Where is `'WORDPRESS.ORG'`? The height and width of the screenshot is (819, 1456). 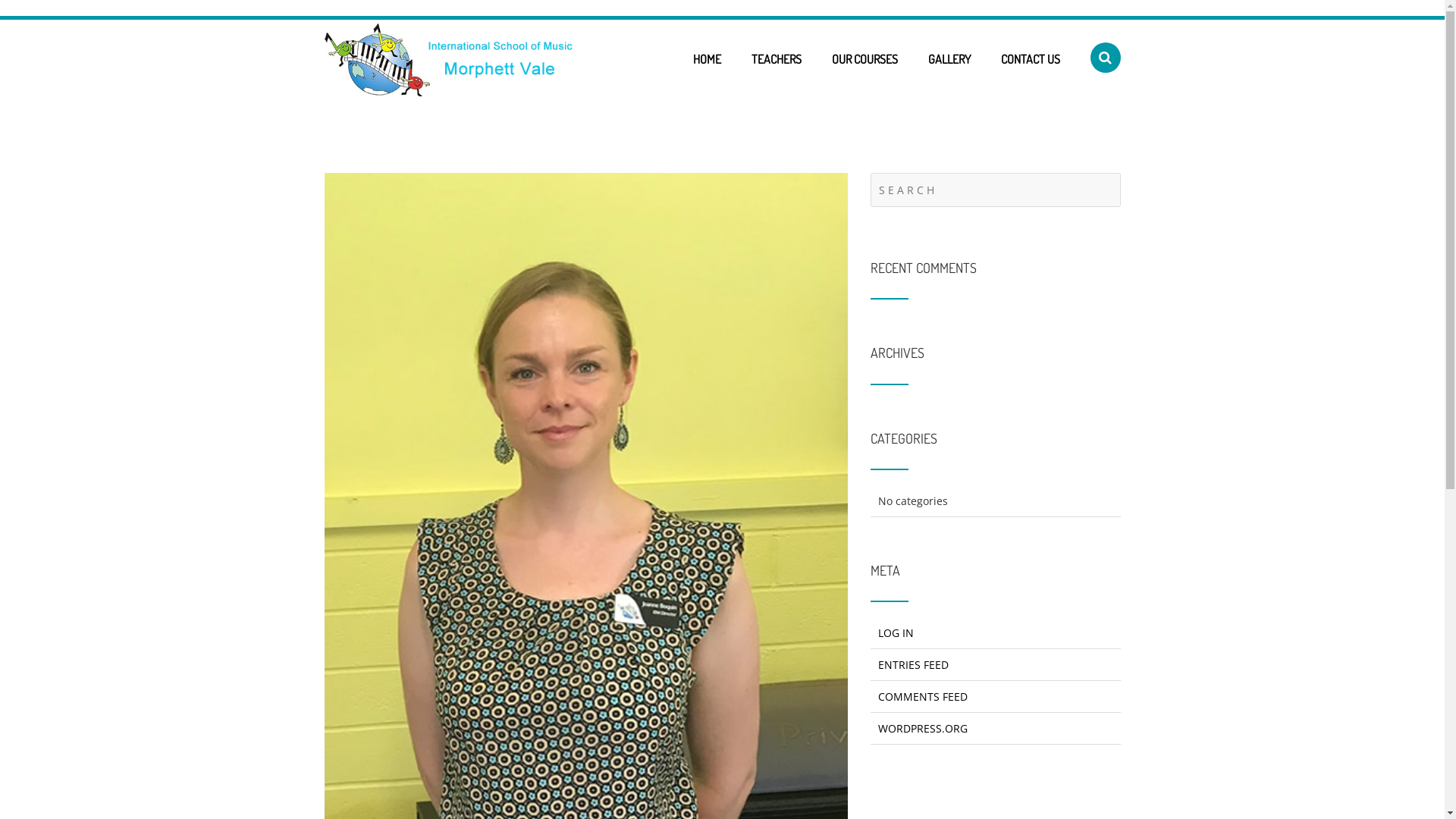 'WORDPRESS.ORG' is located at coordinates (922, 727).